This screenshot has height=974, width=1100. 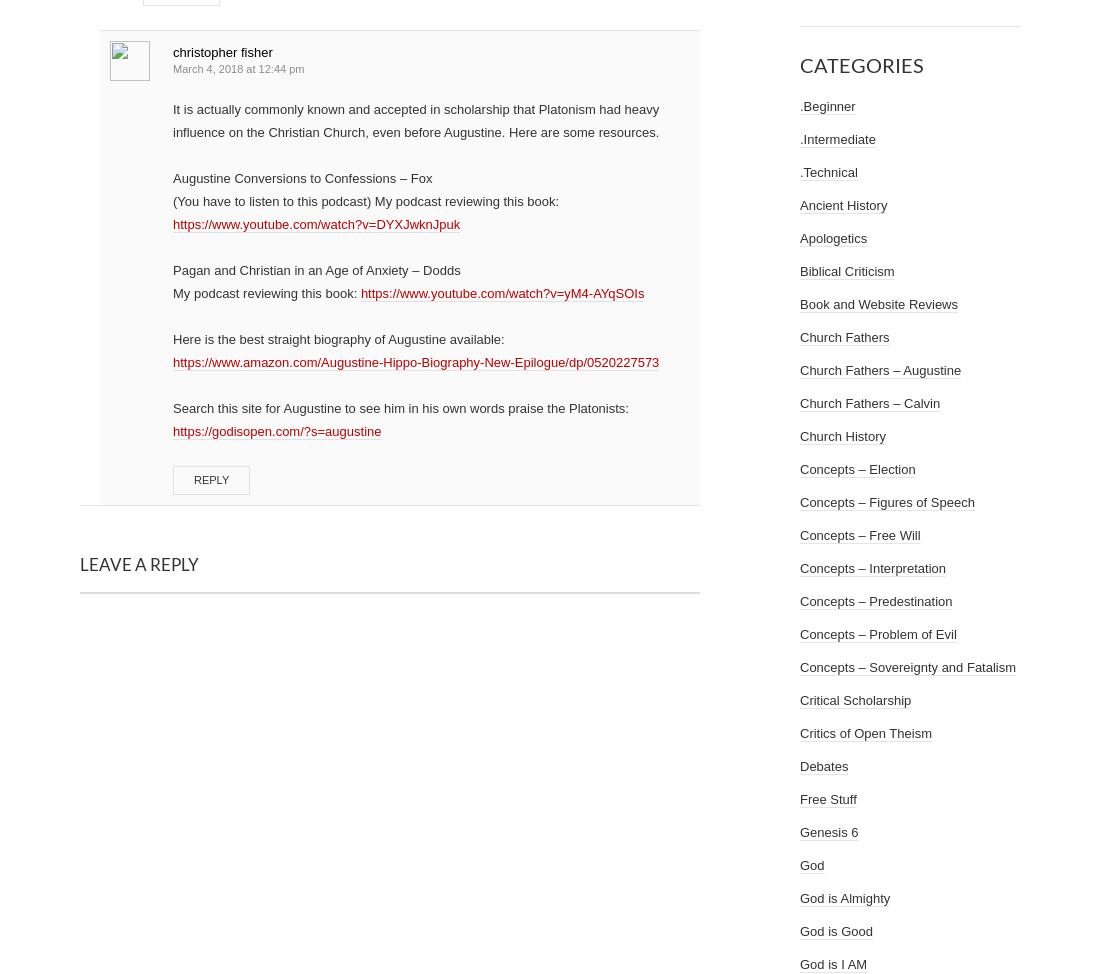 I want to click on 'Ancient History', so click(x=842, y=205).